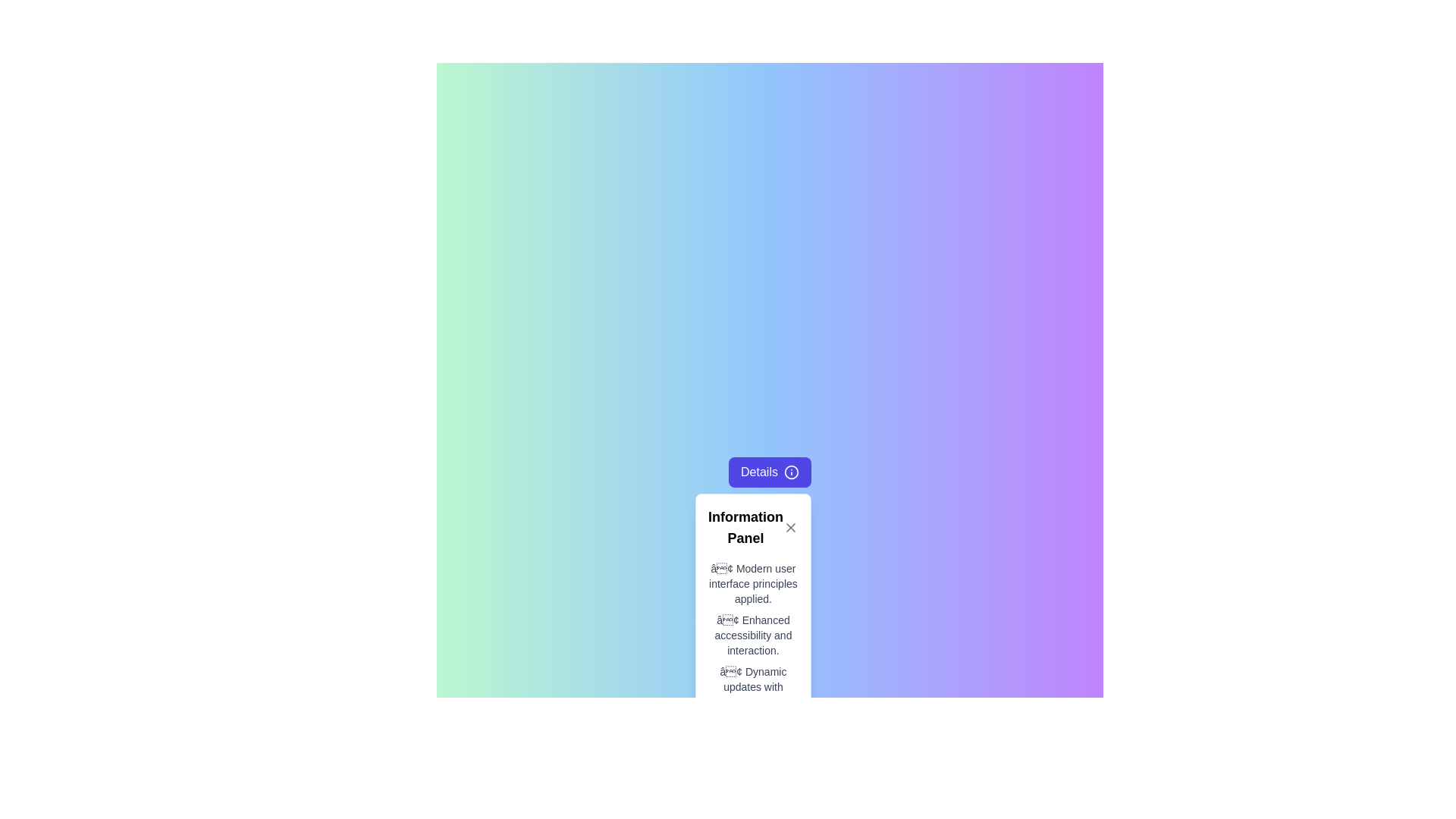  Describe the element at coordinates (789, 526) in the screenshot. I see `the 'X' icon button in the top-right corner of the Information Panel` at that location.